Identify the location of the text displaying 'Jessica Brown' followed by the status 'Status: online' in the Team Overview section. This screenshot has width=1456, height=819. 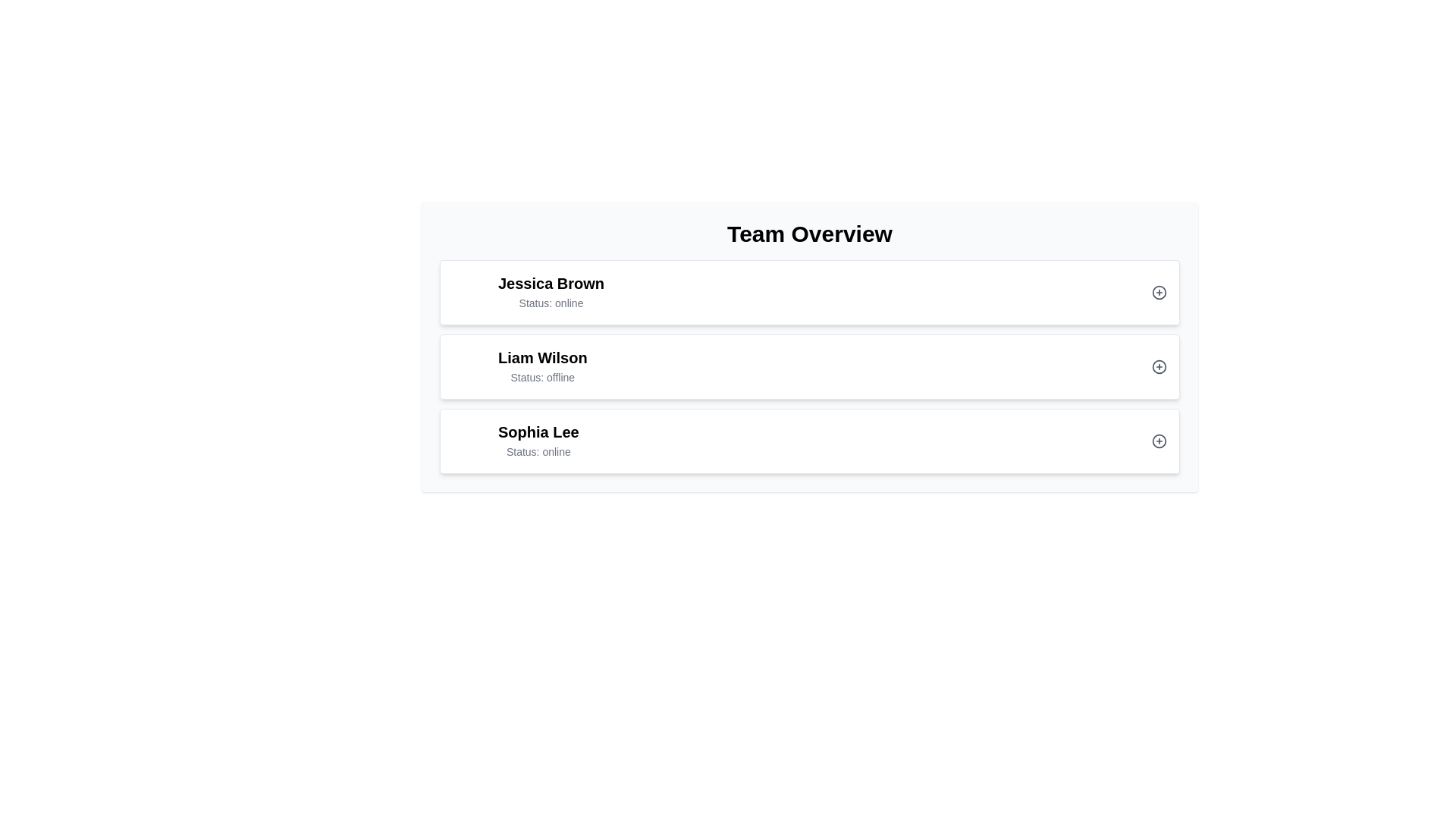
(528, 292).